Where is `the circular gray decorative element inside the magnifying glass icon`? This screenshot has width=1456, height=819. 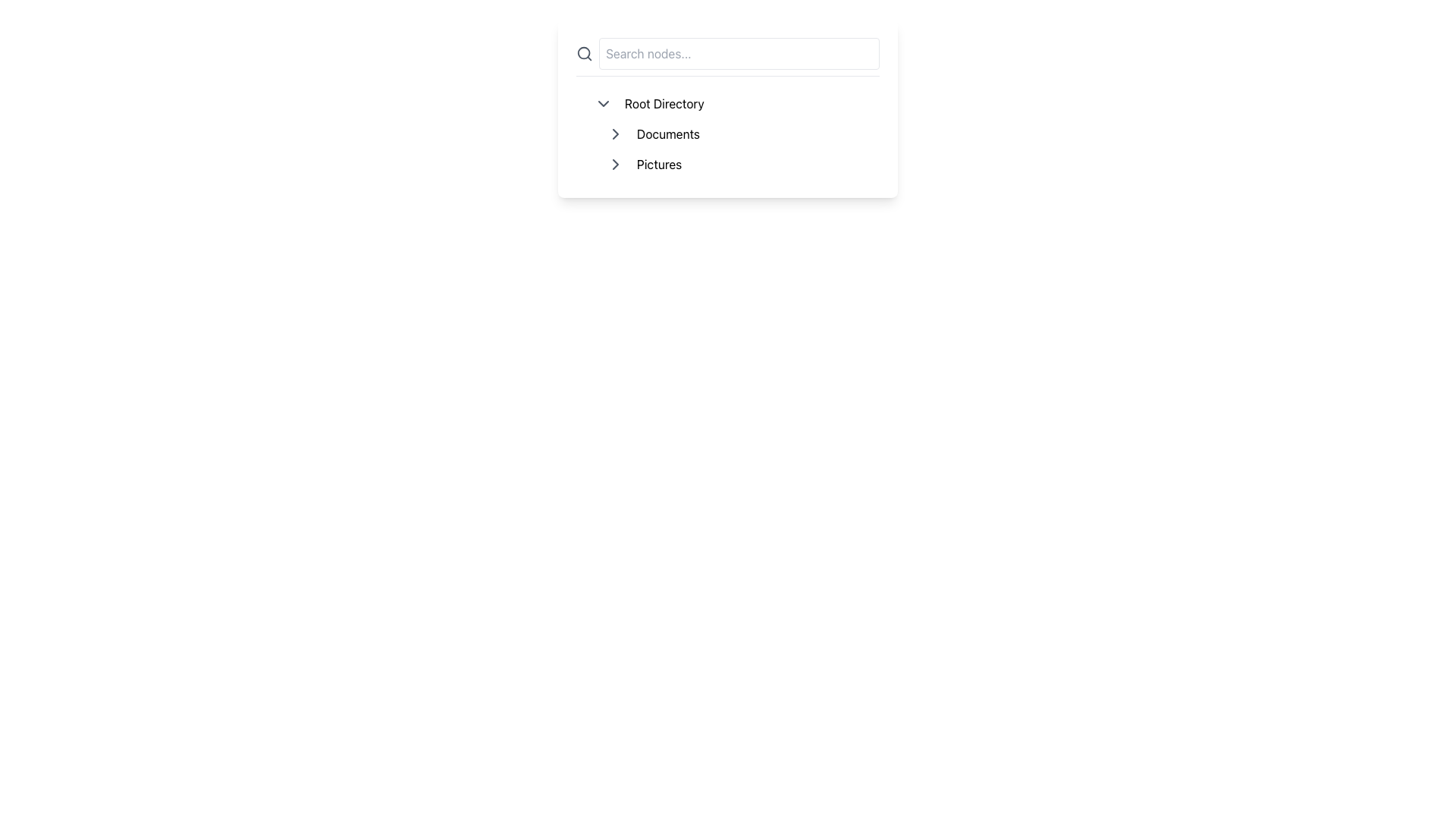
the circular gray decorative element inside the magnifying glass icon is located at coordinates (583, 52).